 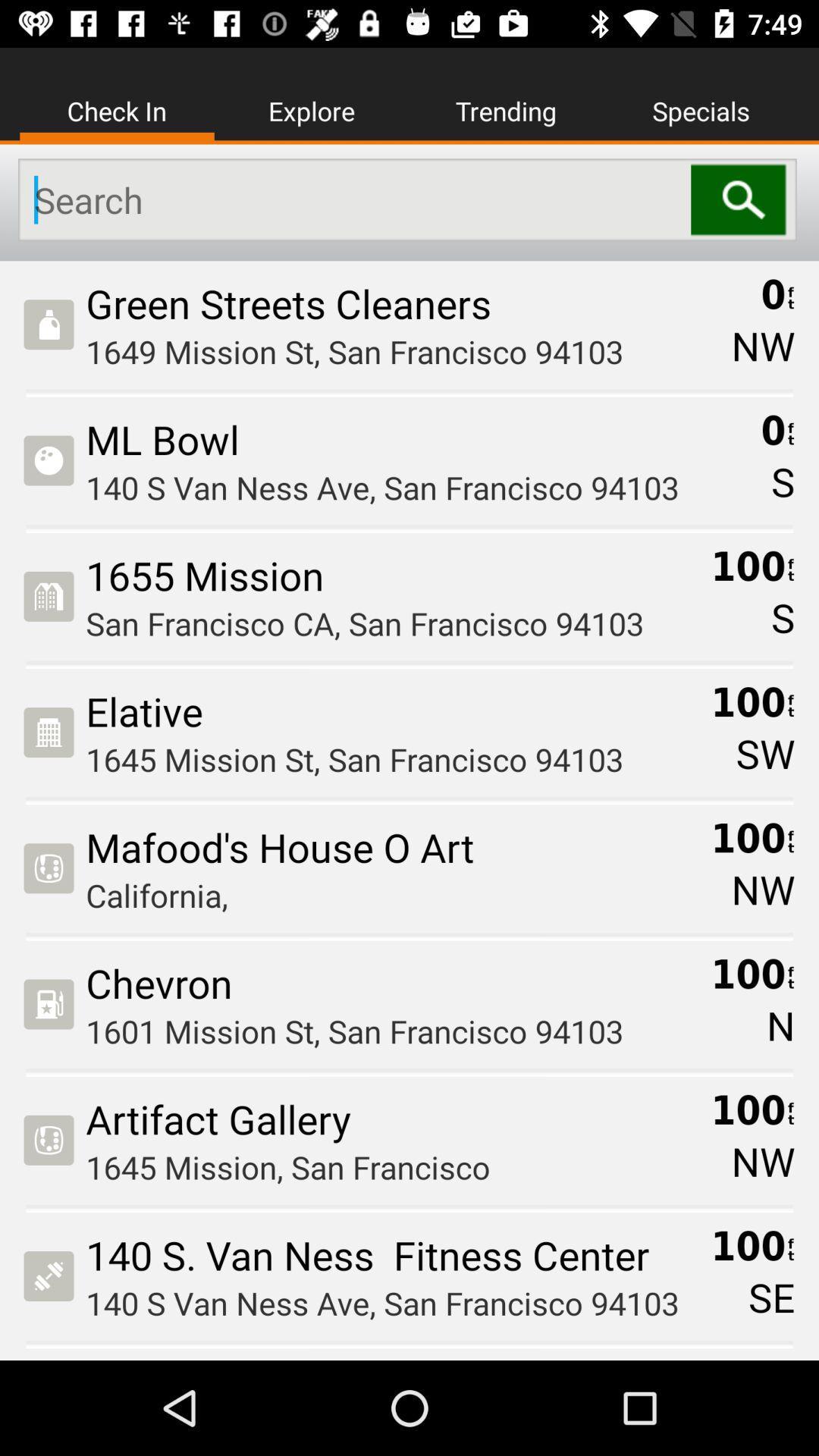 I want to click on the california,   icon, so click(x=392, y=895).